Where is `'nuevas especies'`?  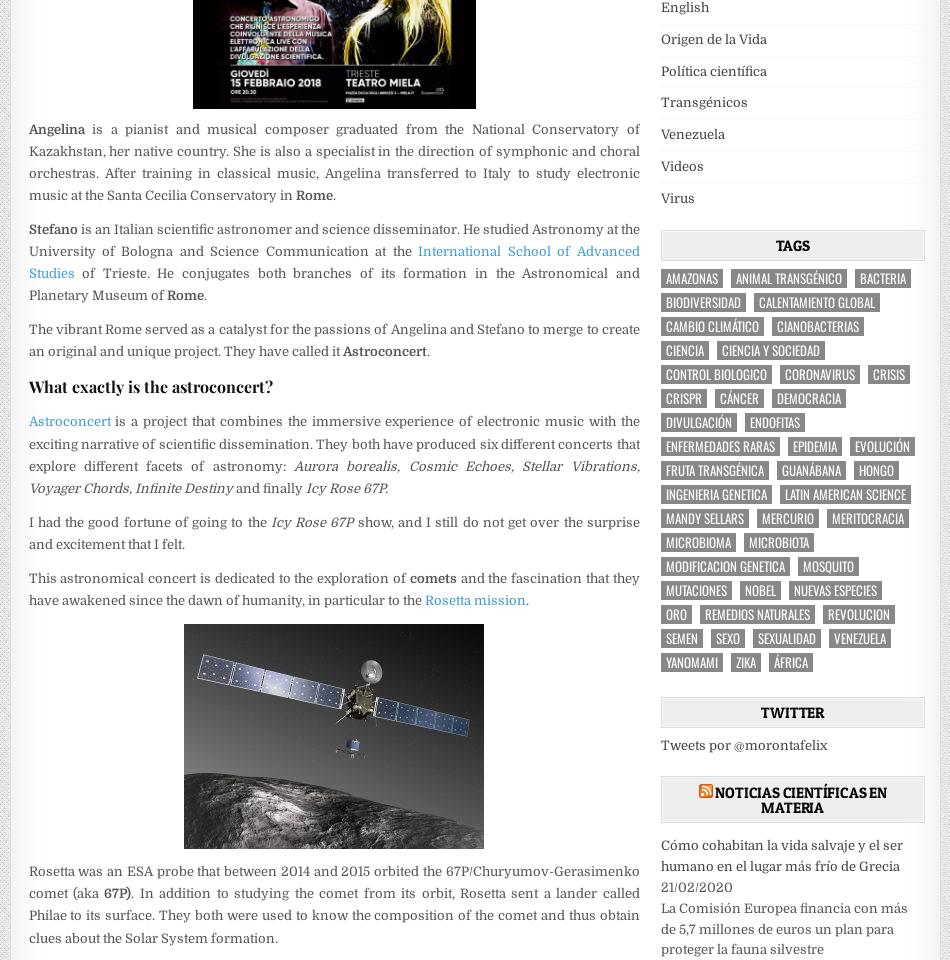 'nuevas especies' is located at coordinates (833, 588).